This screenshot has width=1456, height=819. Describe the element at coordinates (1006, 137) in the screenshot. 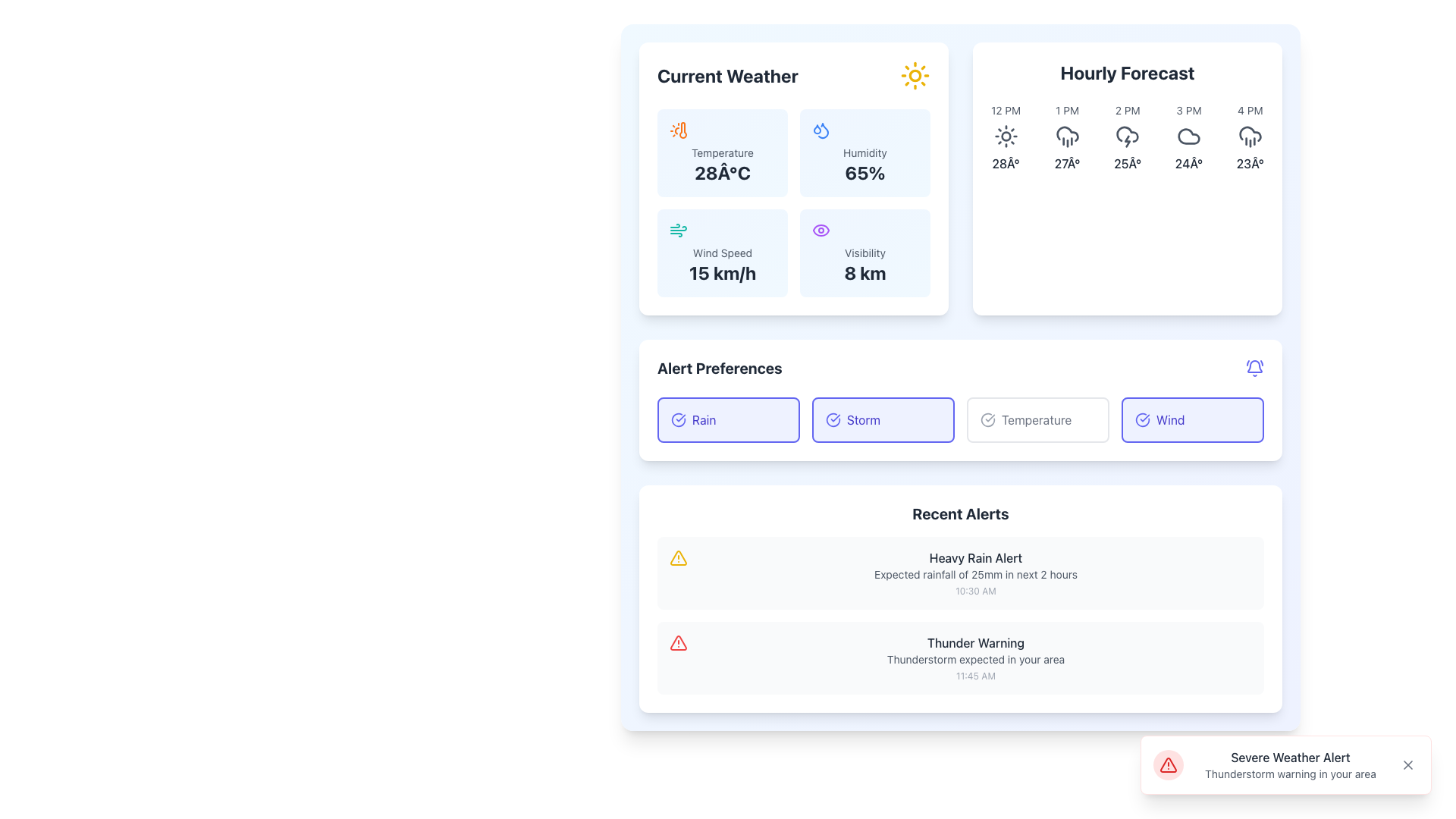

I see `the Weather forecast display unit for 12 PM to read additional details, which is the first element in the horizontally aligned forecast row under the 'Hourly Forecast' heading` at that location.